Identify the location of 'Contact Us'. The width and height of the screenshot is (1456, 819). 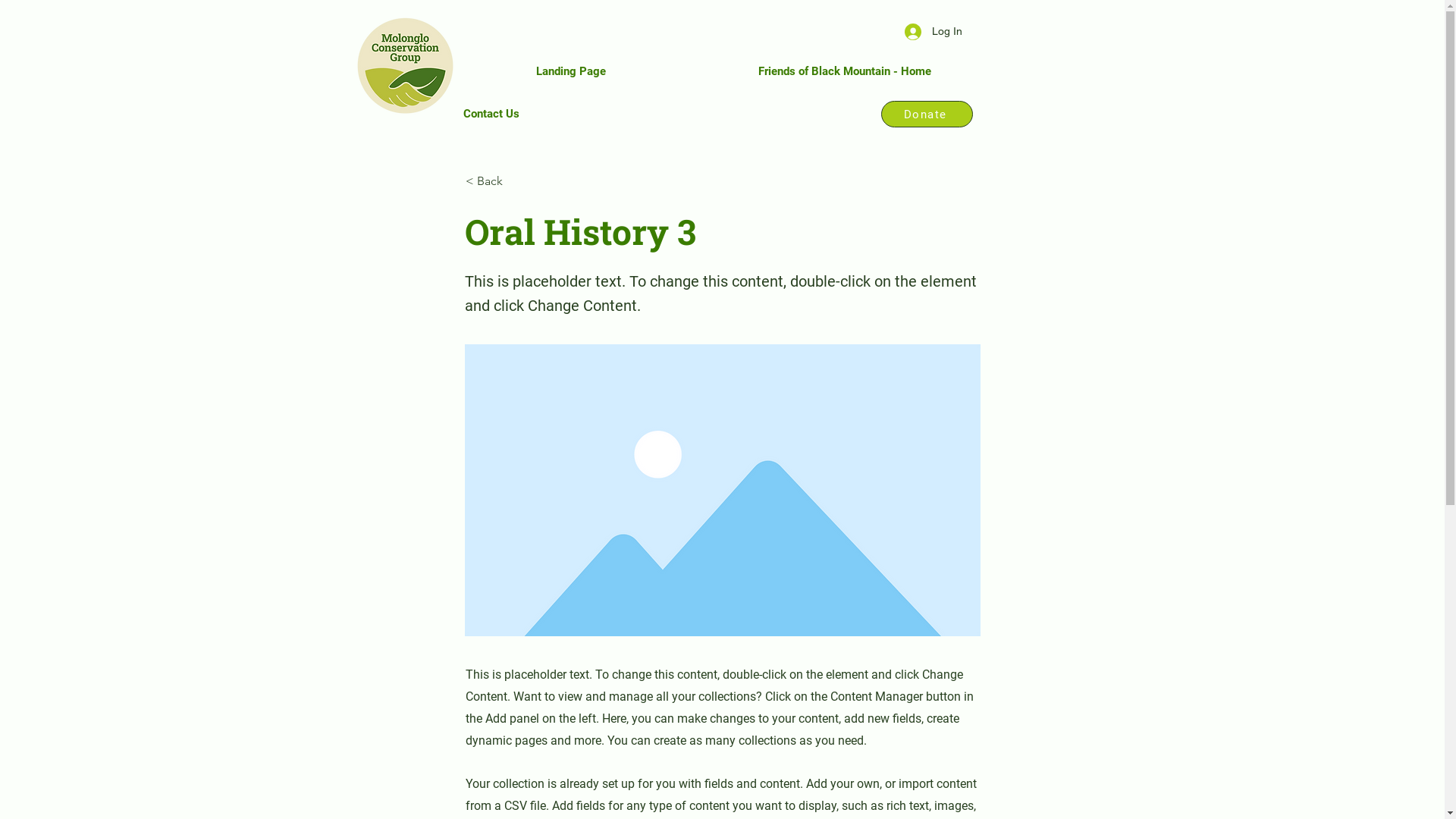
(491, 113).